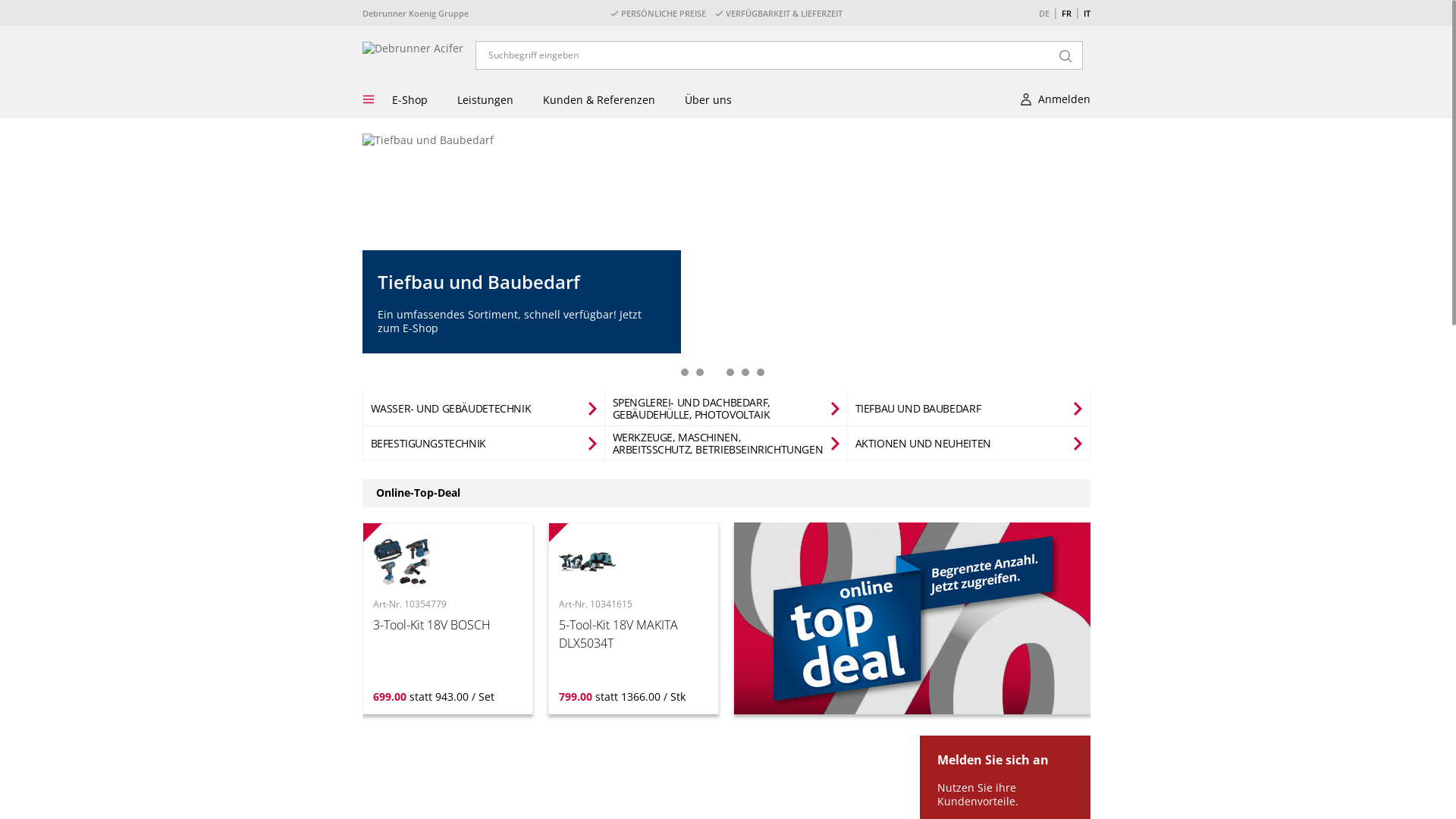  I want to click on 'Leistungen', so click(440, 99).